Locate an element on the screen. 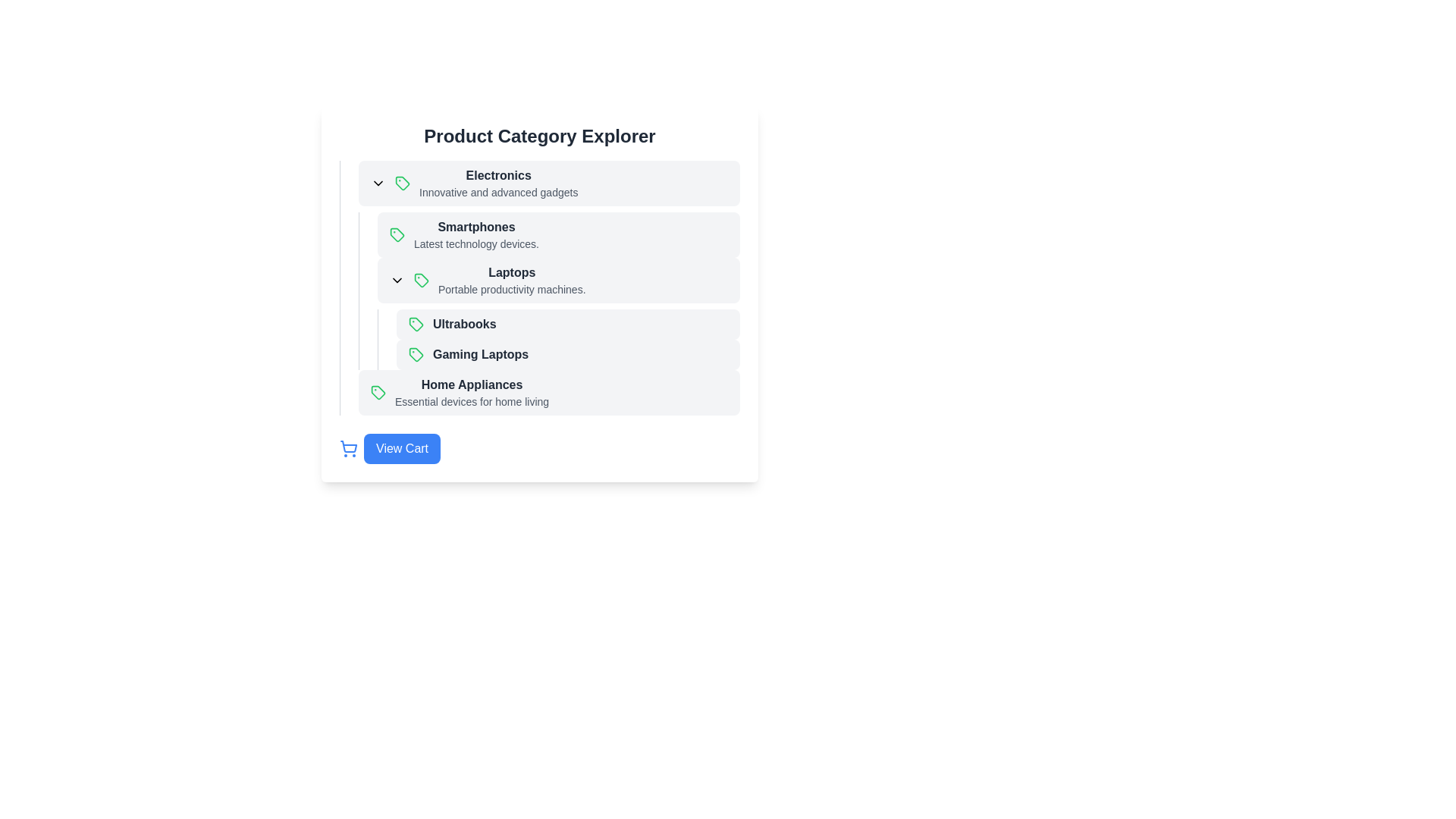 This screenshot has height=819, width=1456. the 'Home Appliances' text label, which is styled with bold font and dark gray color, located under the 'Product Category Explorer' section, following 'Gaming Laptops' is located at coordinates (471, 384).